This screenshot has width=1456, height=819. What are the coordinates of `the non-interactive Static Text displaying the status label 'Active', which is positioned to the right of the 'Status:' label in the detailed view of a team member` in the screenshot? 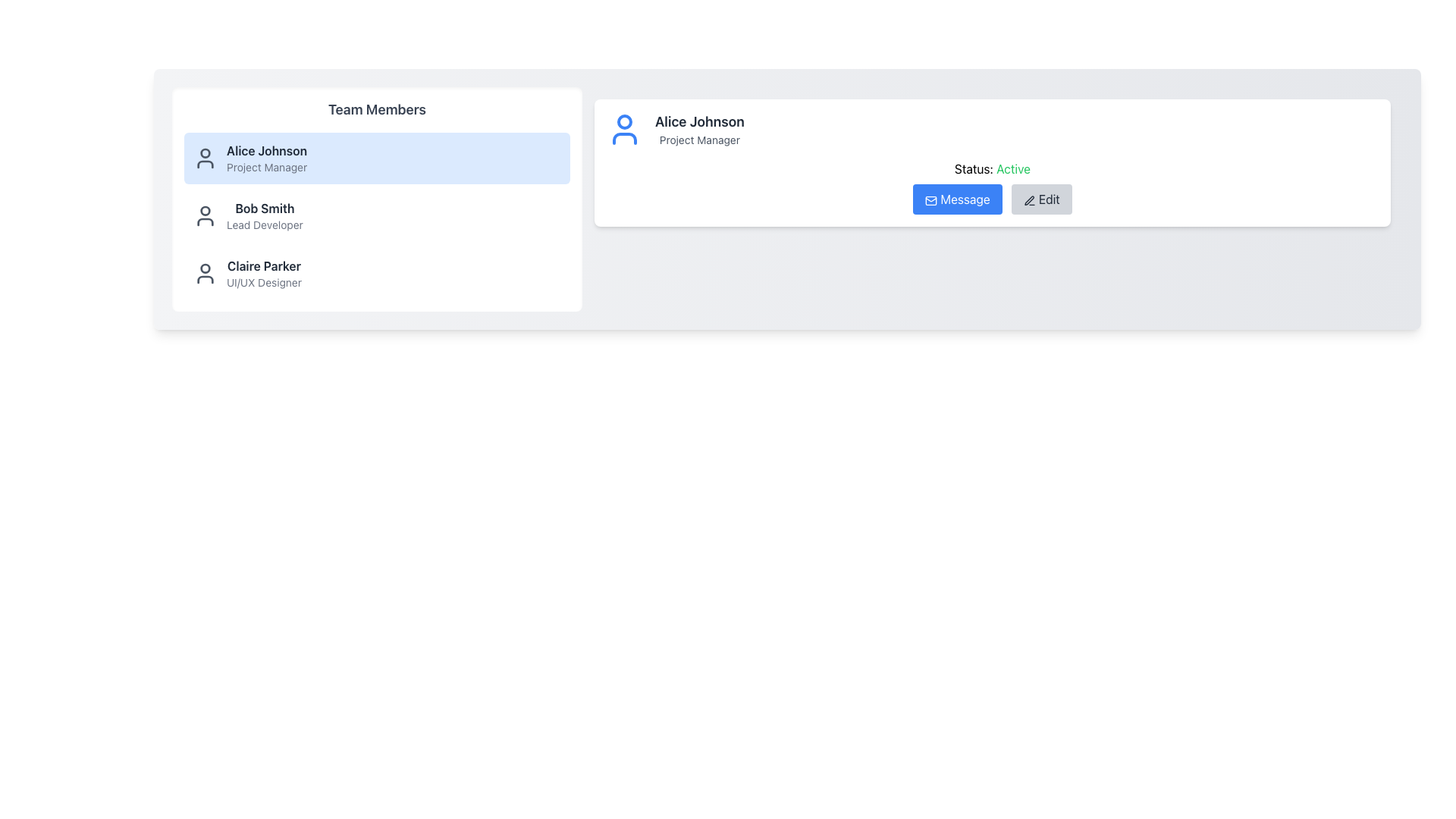 It's located at (1013, 169).